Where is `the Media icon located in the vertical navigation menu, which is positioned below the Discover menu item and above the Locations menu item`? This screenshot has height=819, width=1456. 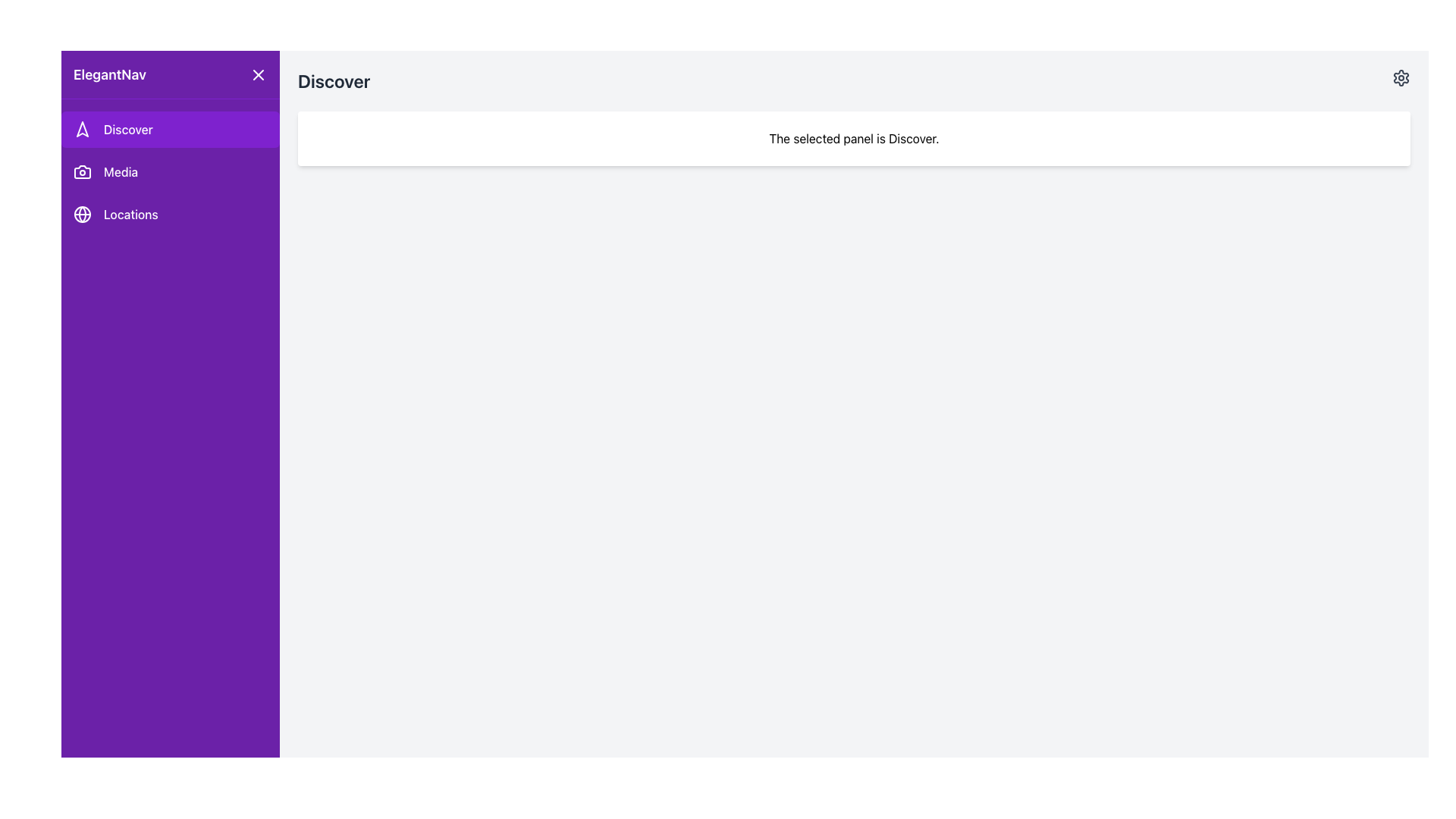
the Media icon located in the vertical navigation menu, which is positioned below the Discover menu item and above the Locations menu item is located at coordinates (82, 171).